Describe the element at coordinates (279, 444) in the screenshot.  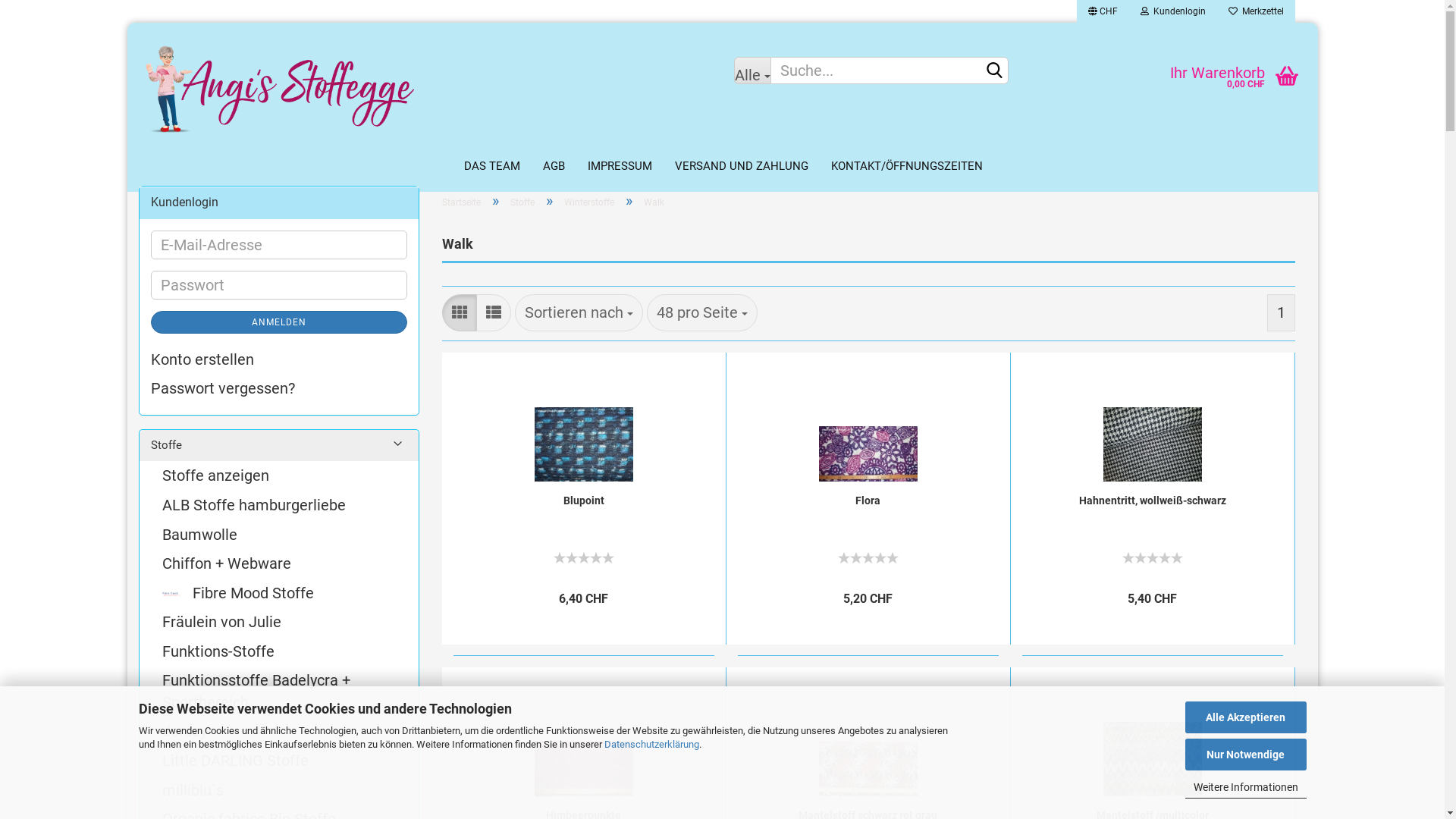
I see `'Stoffe'` at that location.